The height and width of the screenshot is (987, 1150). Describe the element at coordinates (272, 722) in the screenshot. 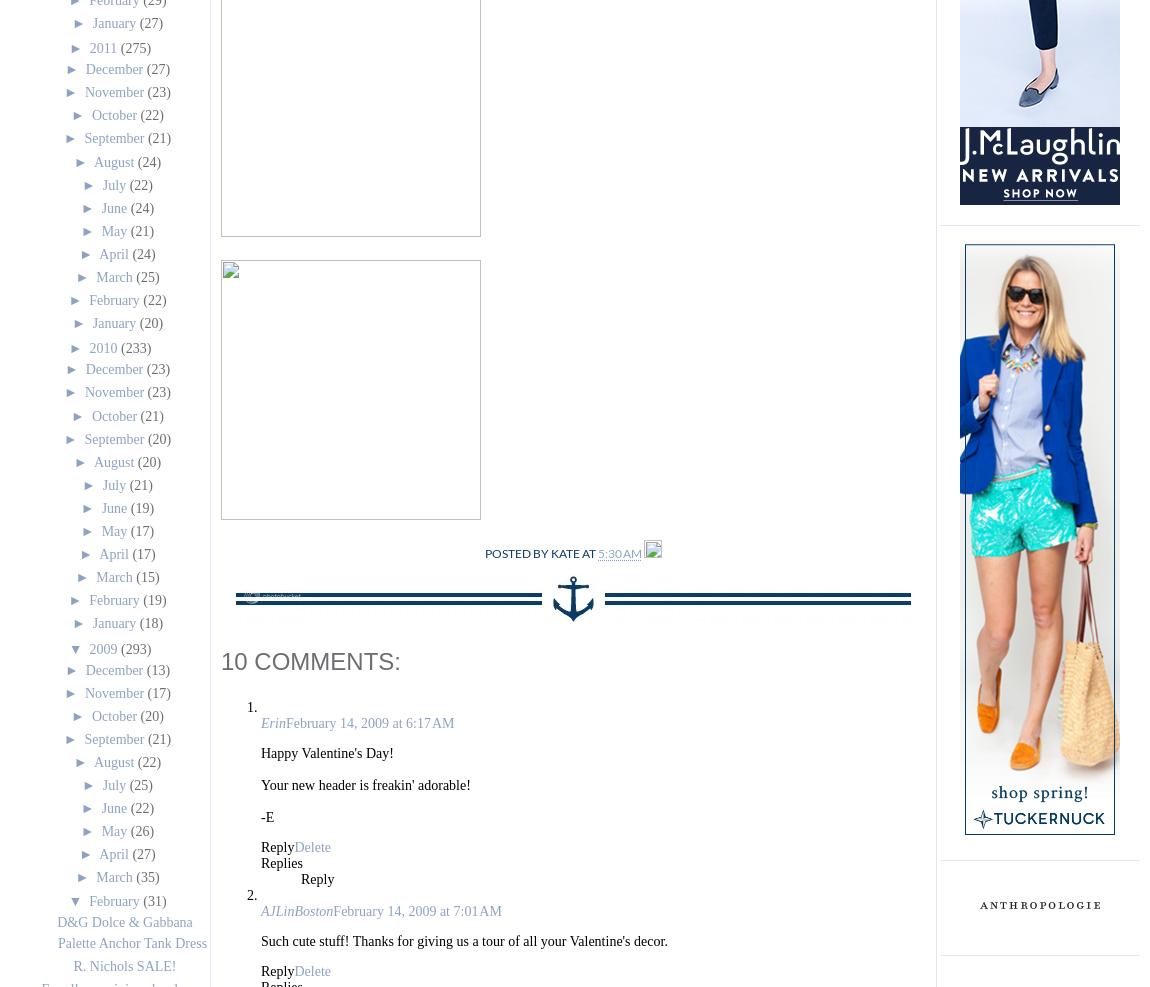

I see `'Erin'` at that location.